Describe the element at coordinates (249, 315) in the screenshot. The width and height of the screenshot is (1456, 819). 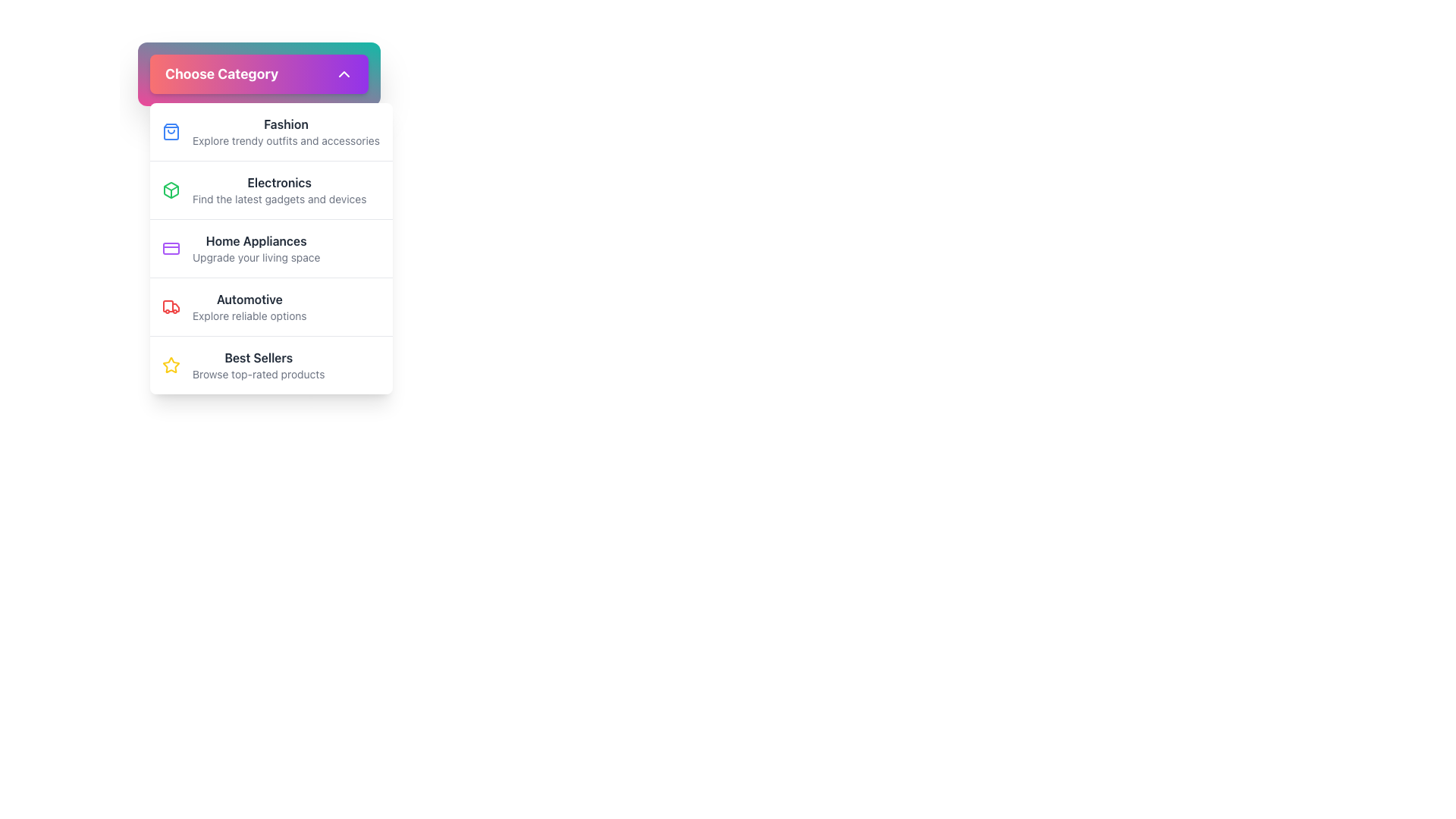
I see `the text label that provides additional descriptive information related to the 'Automotive' section, positioned directly below the heading 'Automotive.'` at that location.